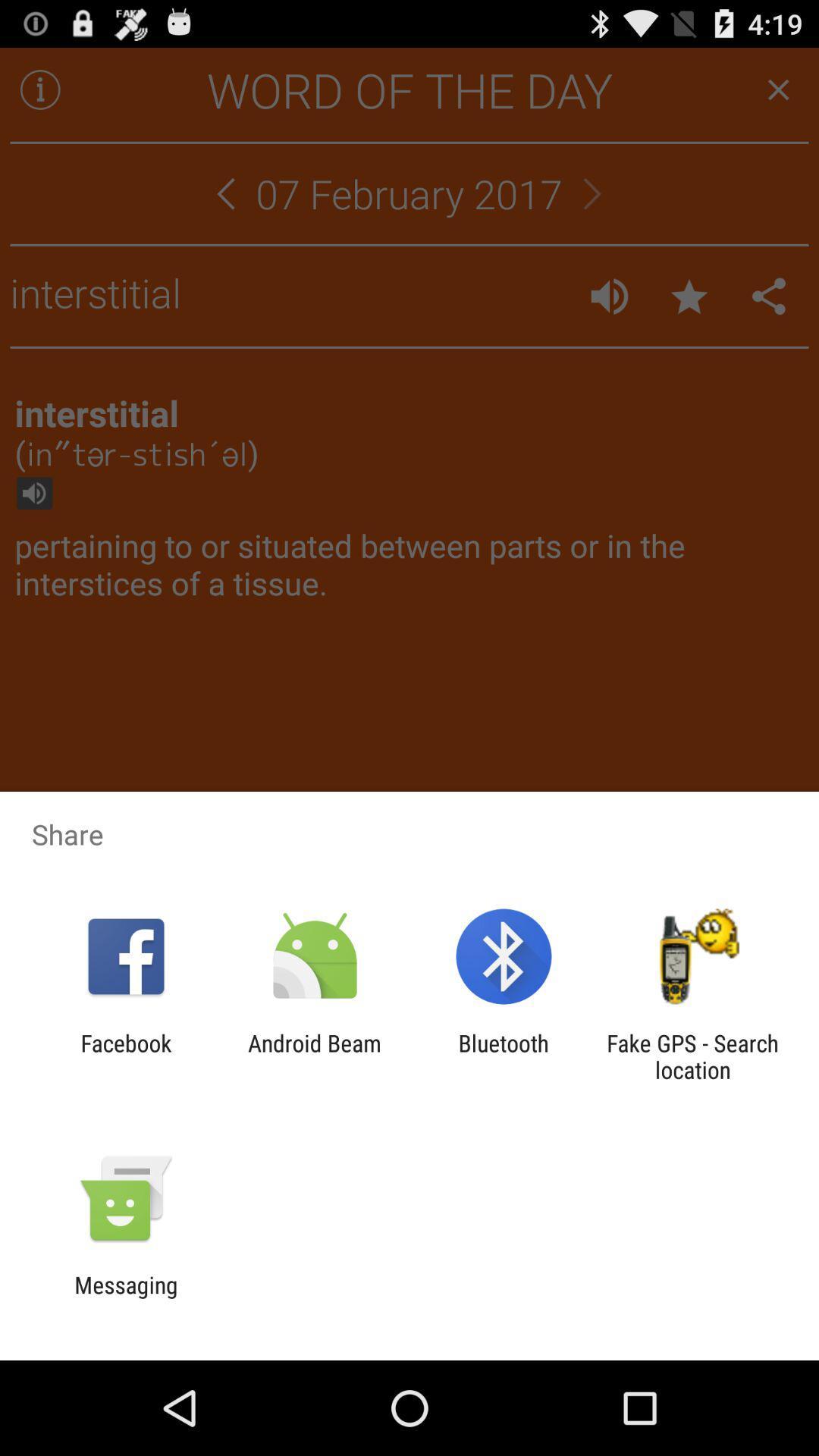 This screenshot has width=819, height=1456. What do you see at coordinates (314, 1056) in the screenshot?
I see `app to the left of the bluetooth item` at bounding box center [314, 1056].